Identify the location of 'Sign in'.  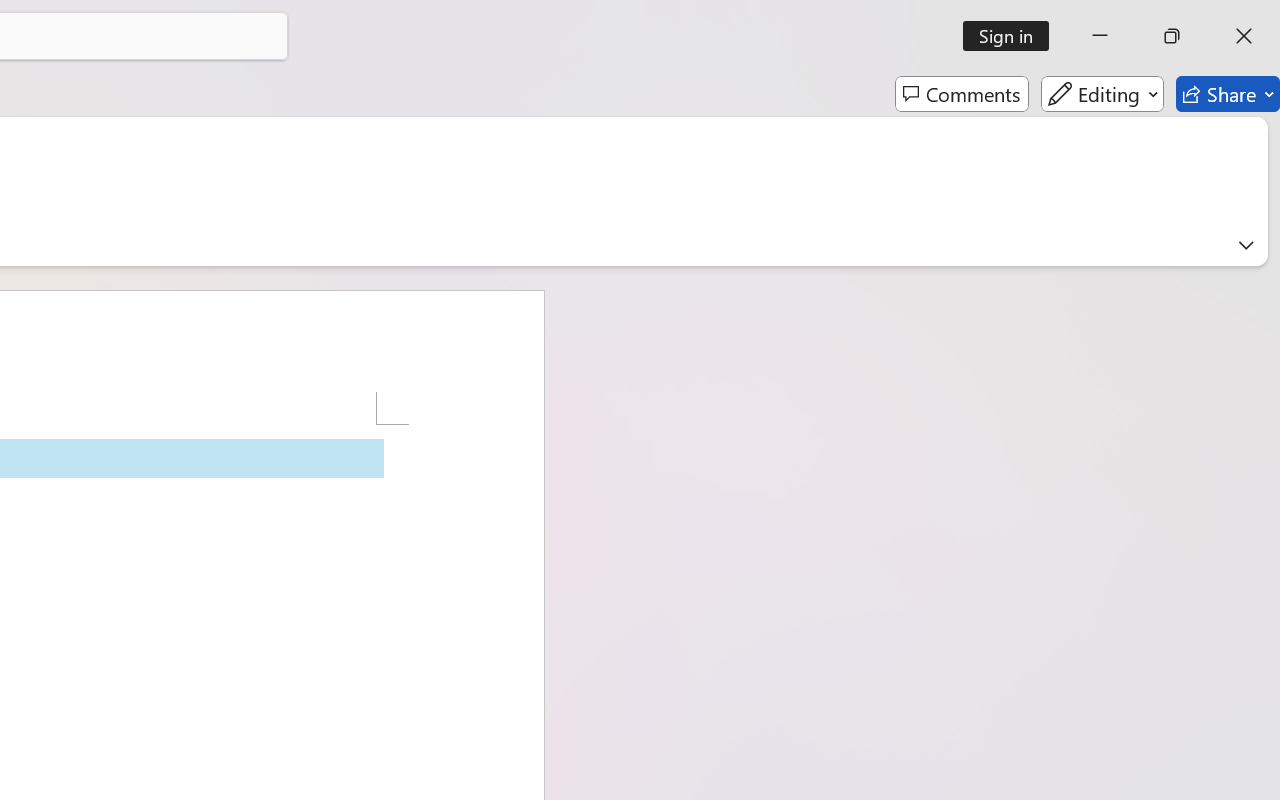
(1013, 35).